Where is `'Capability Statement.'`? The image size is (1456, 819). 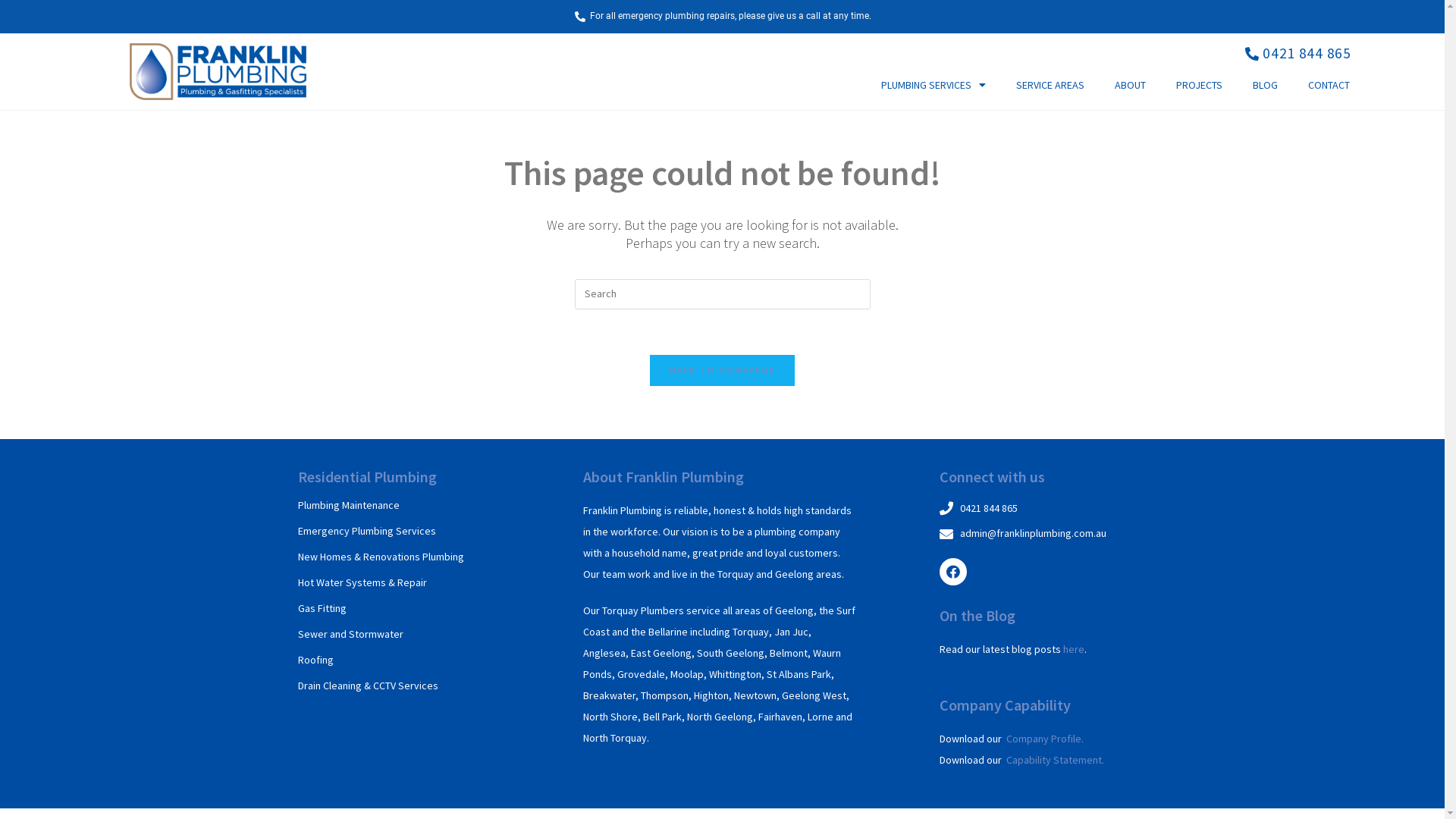
'Capability Statement.' is located at coordinates (1006, 760).